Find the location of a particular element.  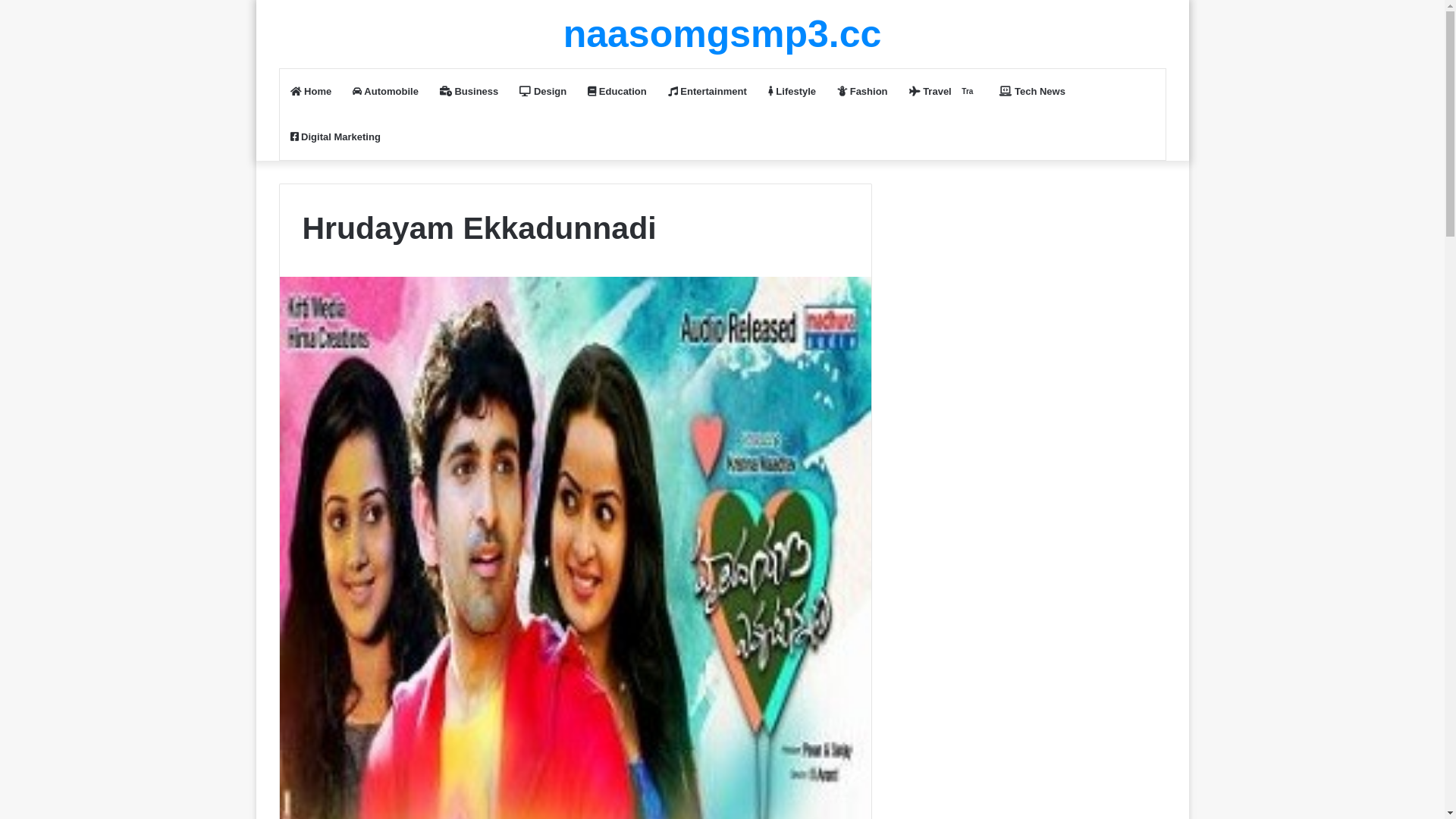

'Entertainment' is located at coordinates (706, 91).